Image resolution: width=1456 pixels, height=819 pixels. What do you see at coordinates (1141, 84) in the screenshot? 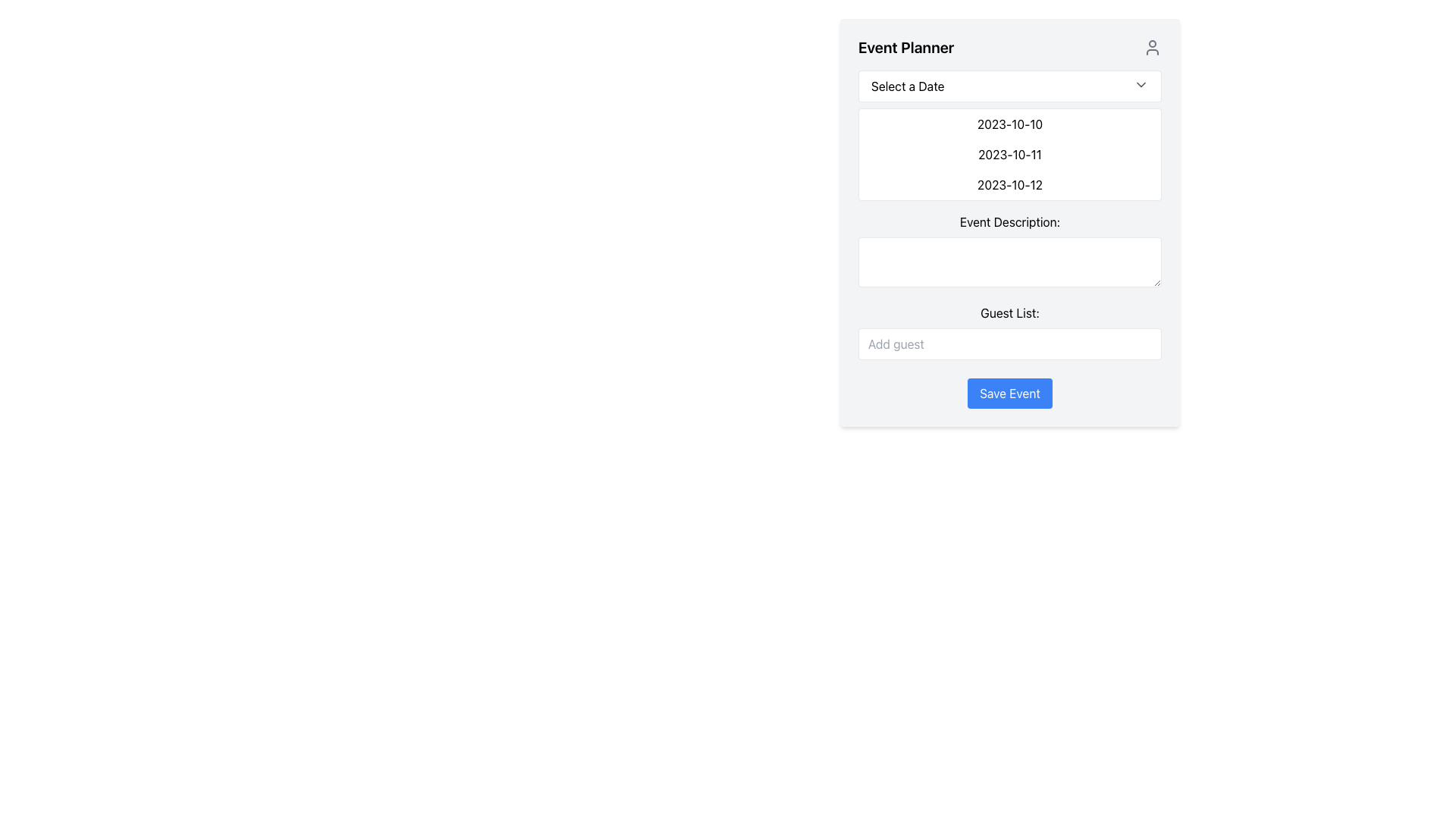
I see `the Dropdown toggle icon located within the 'Select a Date' box in the 'Event Planner' interface` at bounding box center [1141, 84].